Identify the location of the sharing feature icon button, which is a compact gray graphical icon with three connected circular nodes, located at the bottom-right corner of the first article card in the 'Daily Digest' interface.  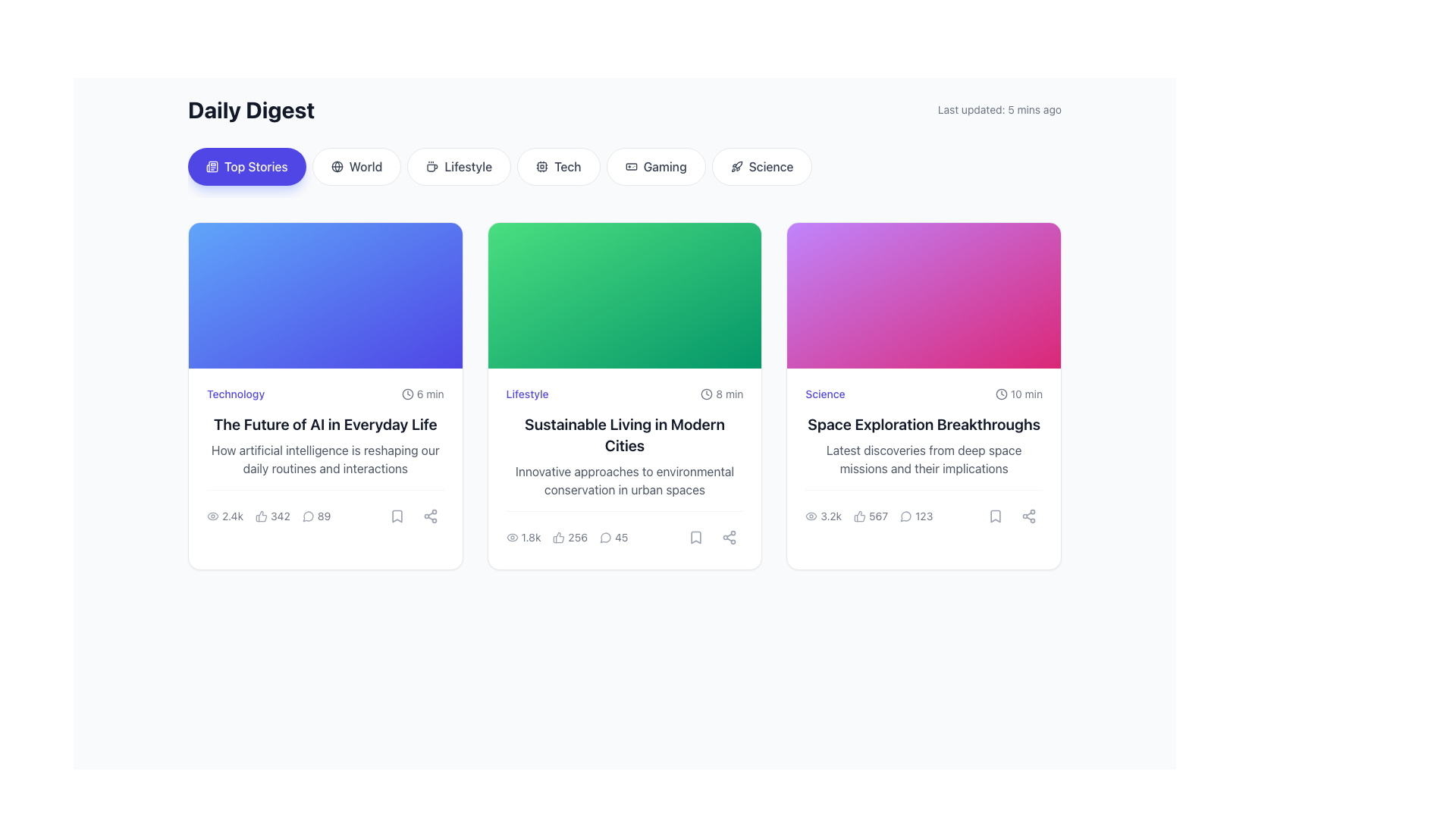
(429, 516).